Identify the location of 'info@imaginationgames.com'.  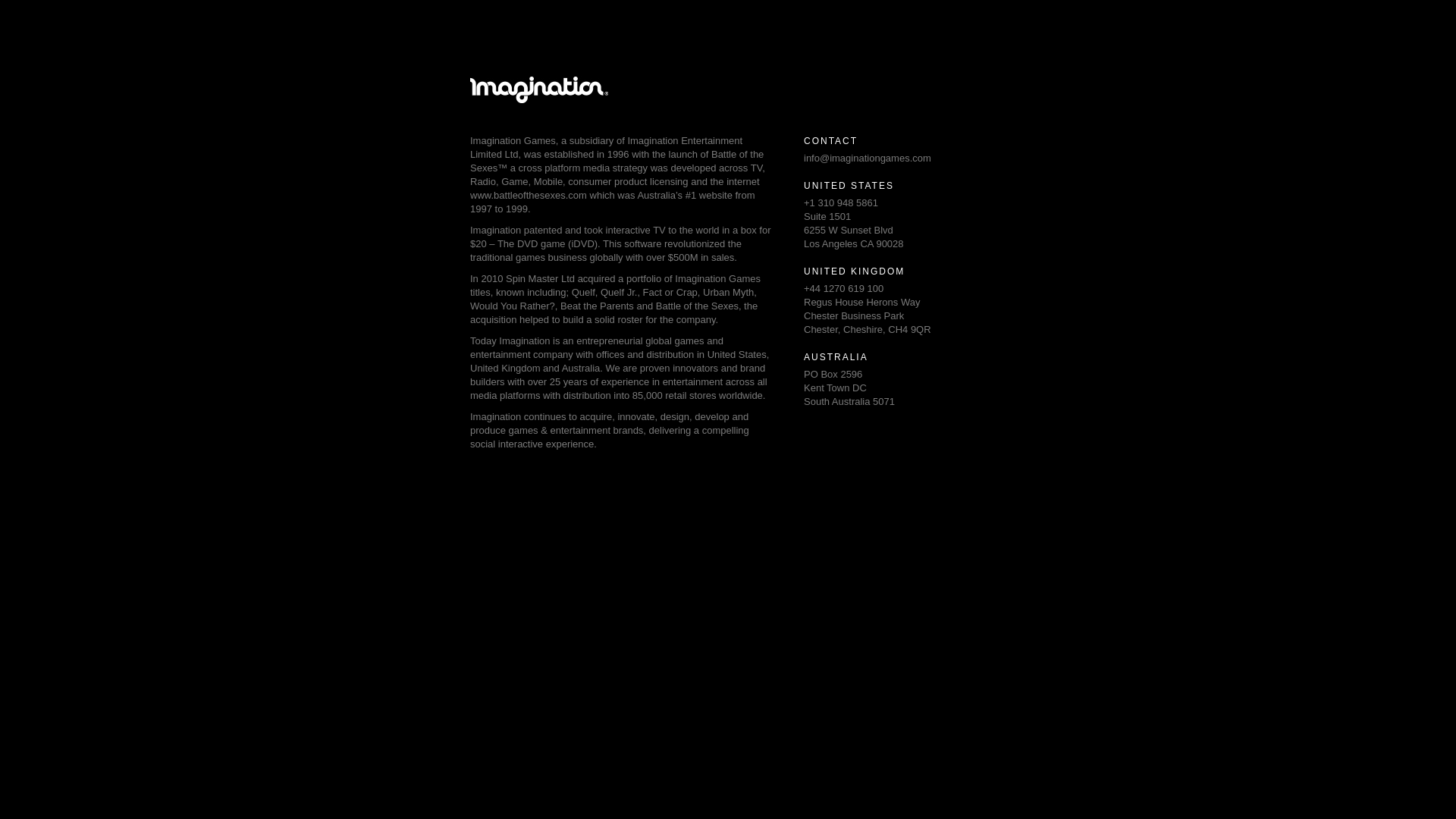
(803, 158).